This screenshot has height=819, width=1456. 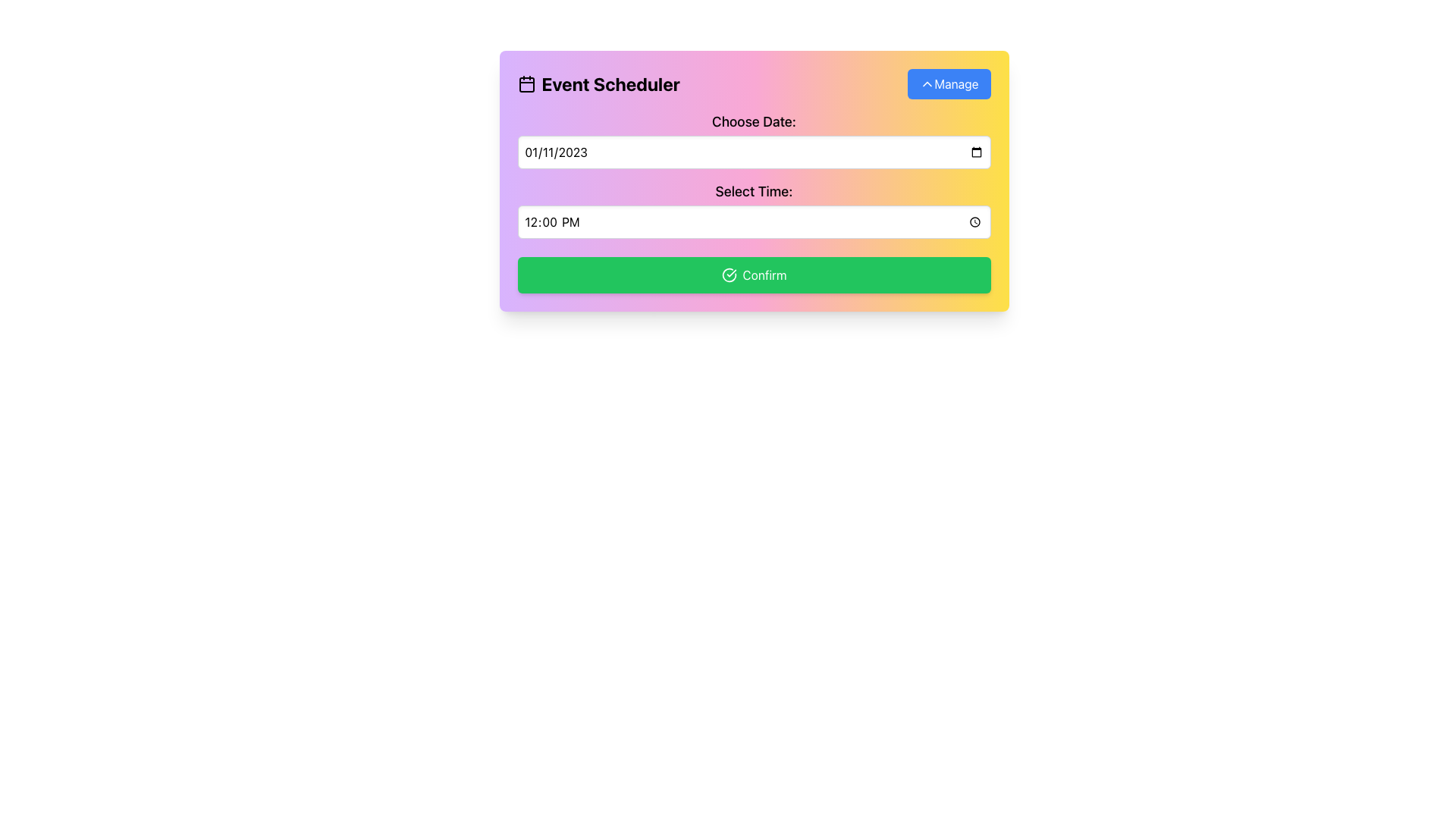 I want to click on the decorative icon element within the calendar icon, which is located to the left of the 'Event Scheduler' text, so click(x=526, y=84).